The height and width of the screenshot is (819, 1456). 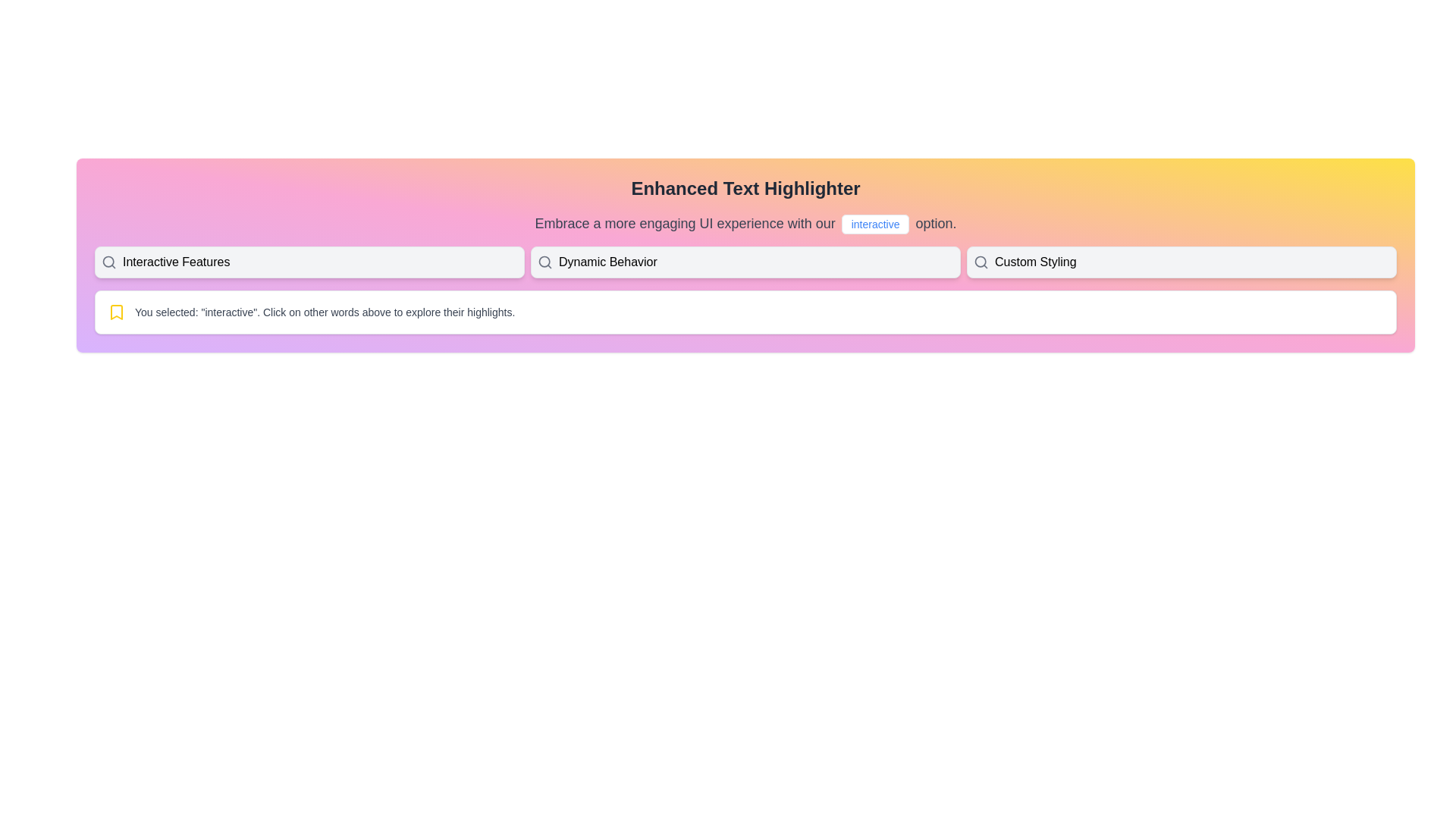 What do you see at coordinates (545, 262) in the screenshot?
I see `the search icon representing 'Dynamic Behavior' for accessibility by moving the mouse cursor to it` at bounding box center [545, 262].